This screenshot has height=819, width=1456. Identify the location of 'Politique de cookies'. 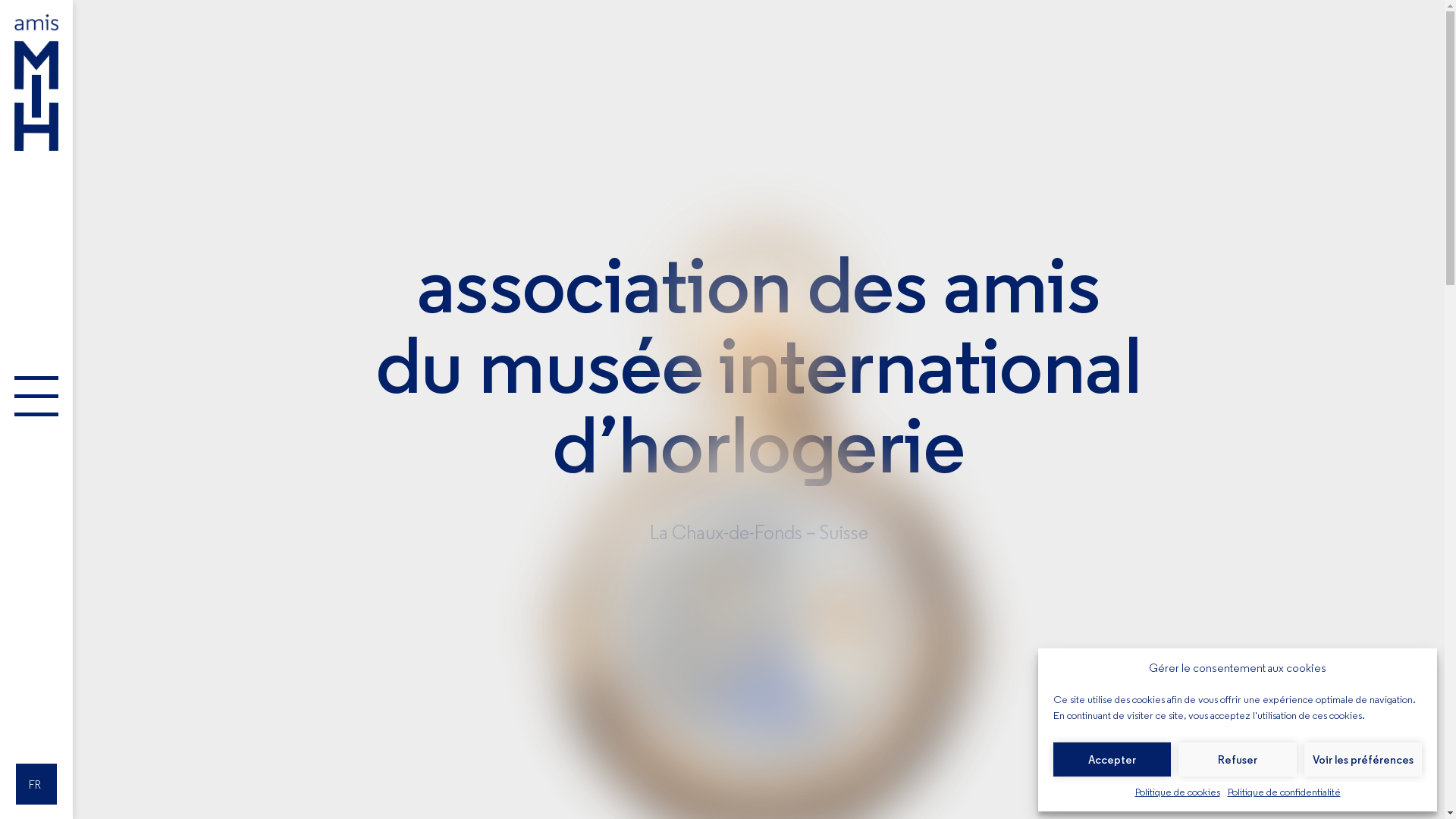
(1134, 791).